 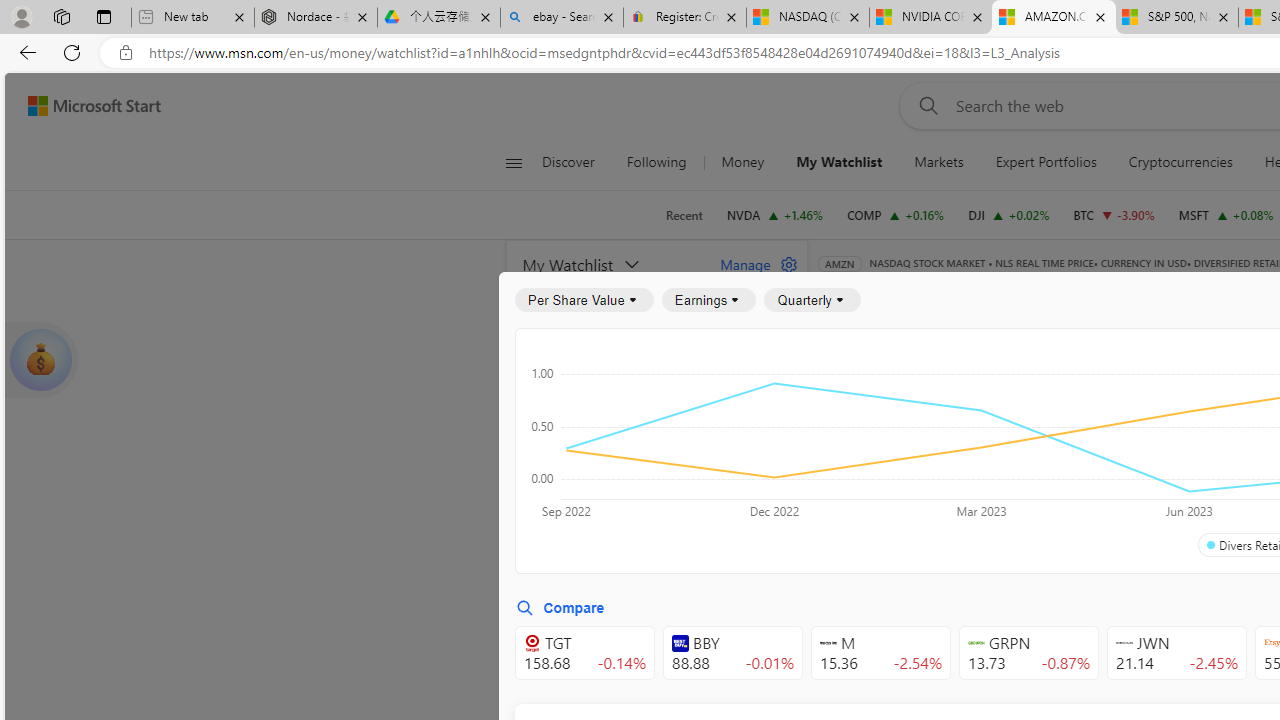 What do you see at coordinates (1009, 214) in the screenshot?
I see `'DJI DOW increase 41,250.50 +9.98 +0.02%'` at bounding box center [1009, 214].